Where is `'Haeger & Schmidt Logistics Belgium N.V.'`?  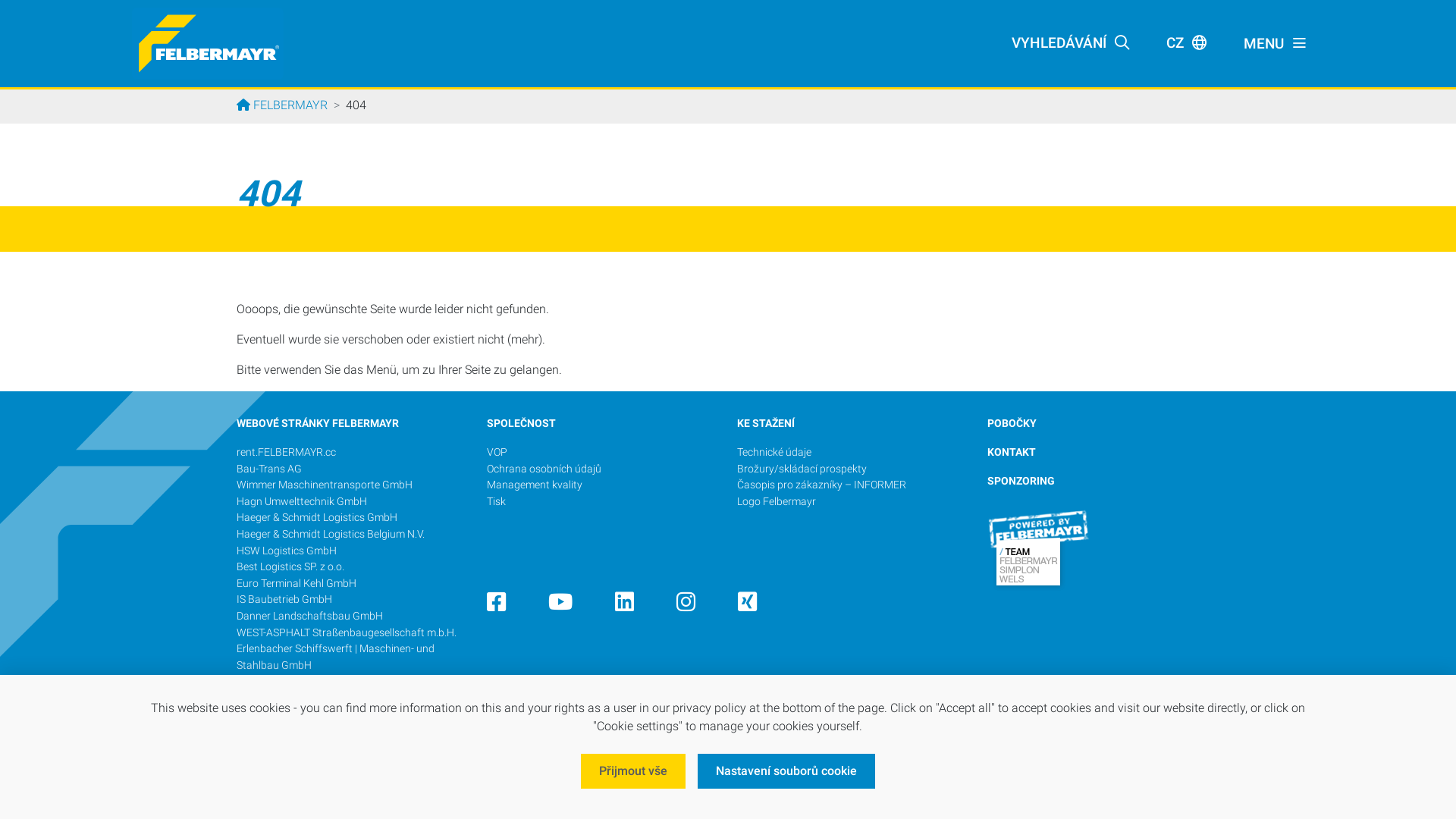
'Haeger & Schmidt Logistics Belgium N.V.' is located at coordinates (330, 533).